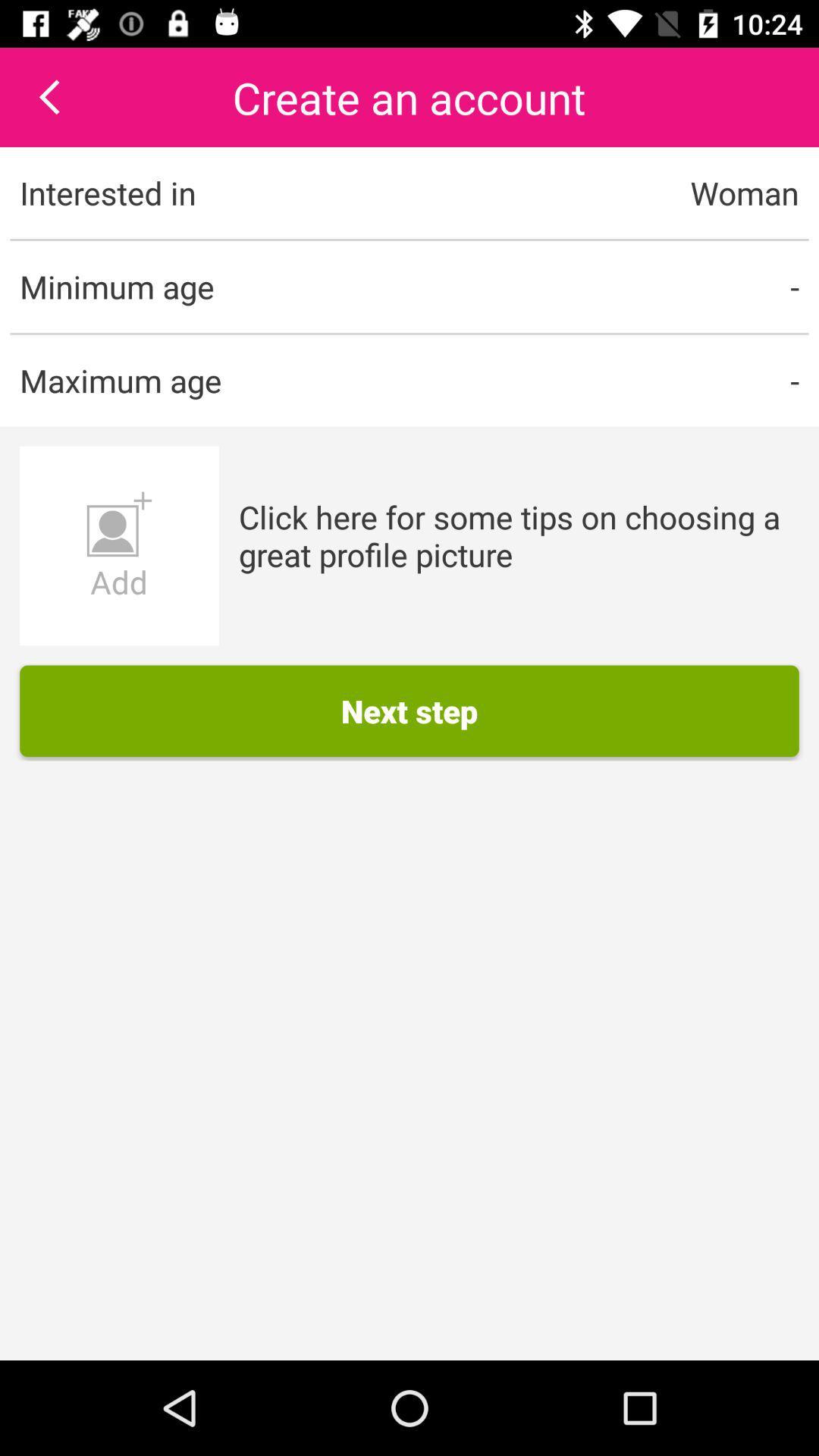  Describe the element at coordinates (518, 535) in the screenshot. I see `item above next step icon` at that location.